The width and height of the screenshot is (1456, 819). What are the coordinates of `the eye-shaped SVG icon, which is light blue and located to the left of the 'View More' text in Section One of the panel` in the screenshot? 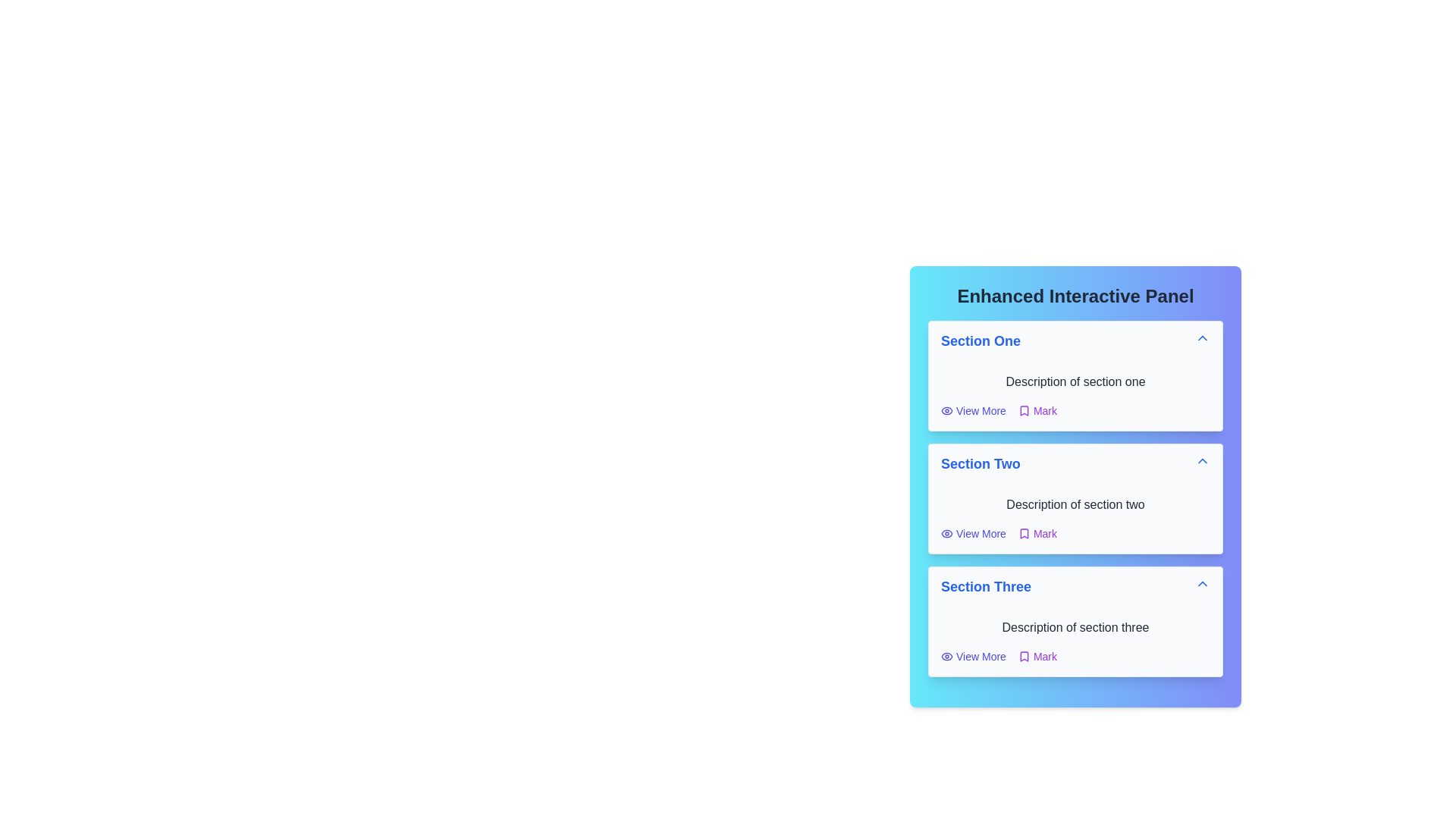 It's located at (946, 411).